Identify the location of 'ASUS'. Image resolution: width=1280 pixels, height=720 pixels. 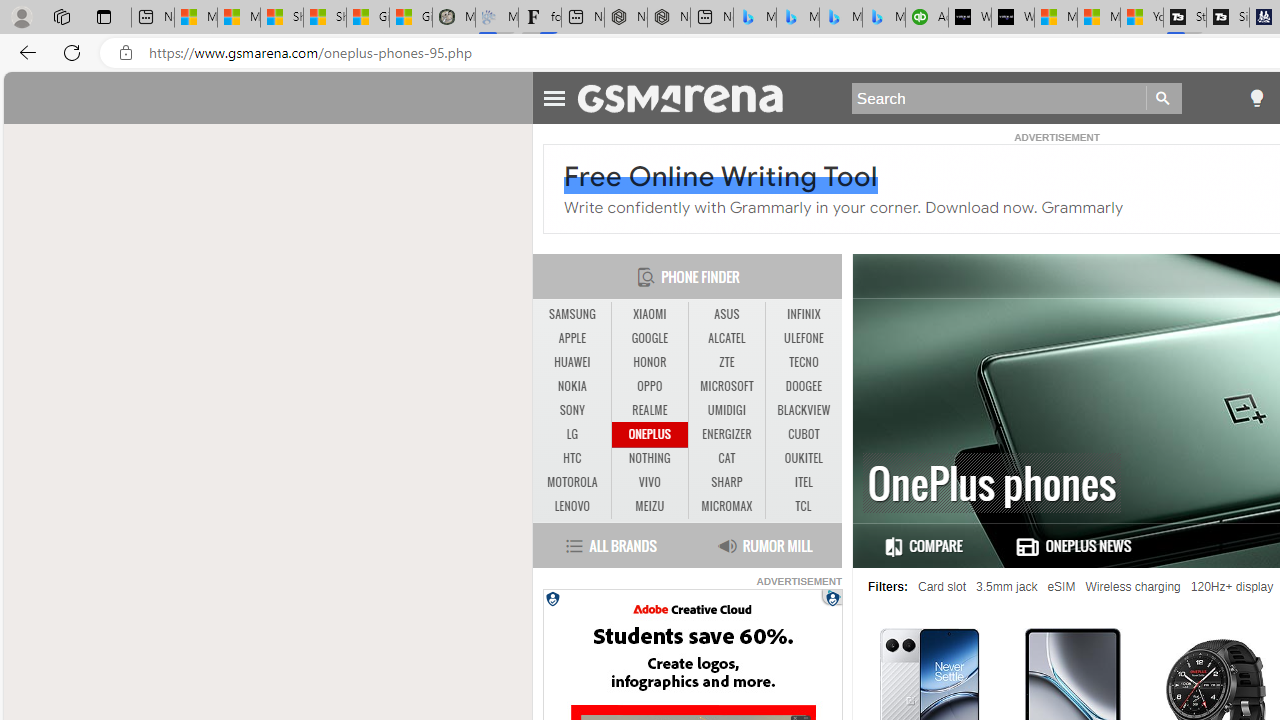
(726, 314).